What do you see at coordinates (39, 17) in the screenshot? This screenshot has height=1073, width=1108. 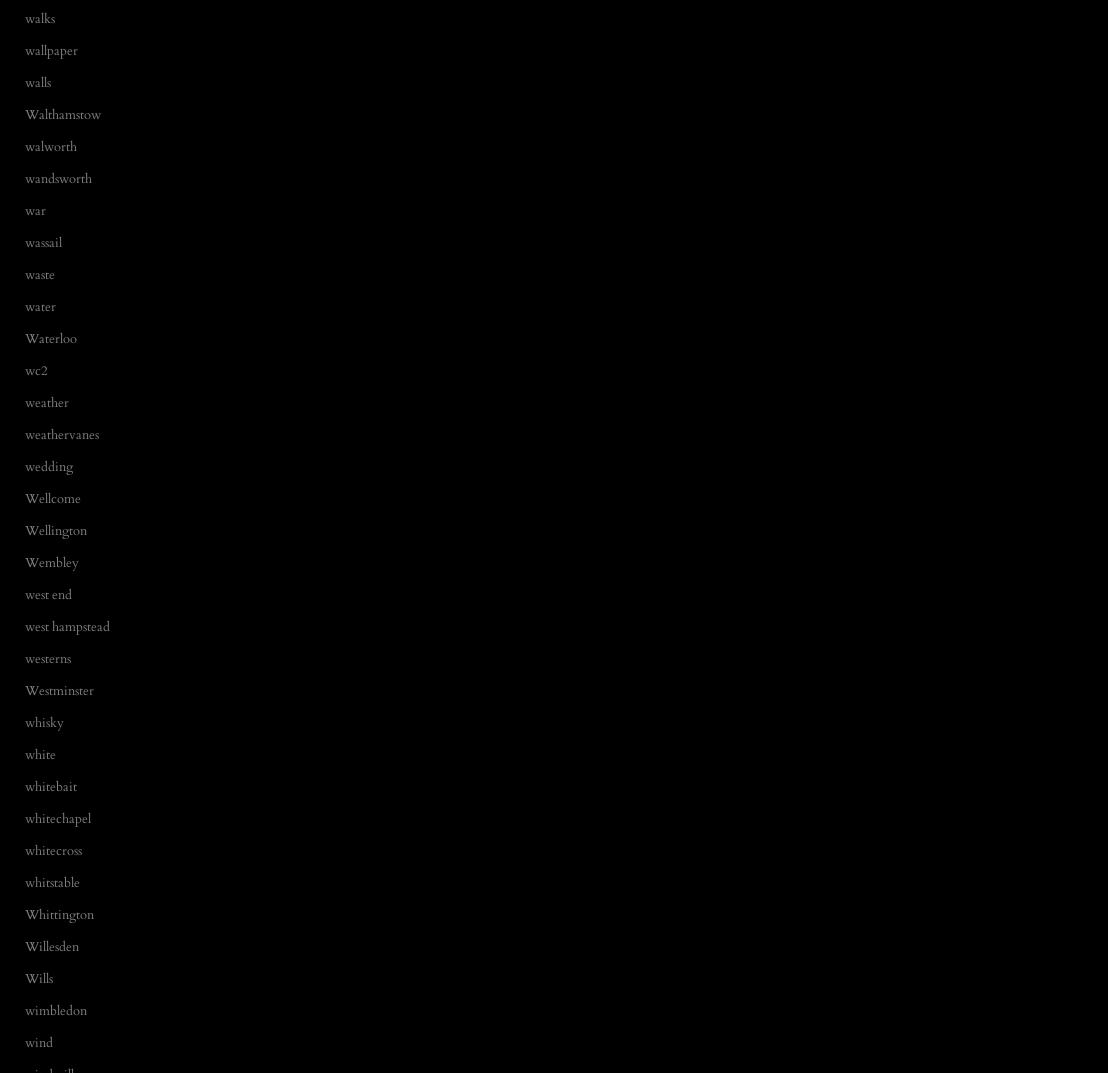 I see `'walks'` at bounding box center [39, 17].